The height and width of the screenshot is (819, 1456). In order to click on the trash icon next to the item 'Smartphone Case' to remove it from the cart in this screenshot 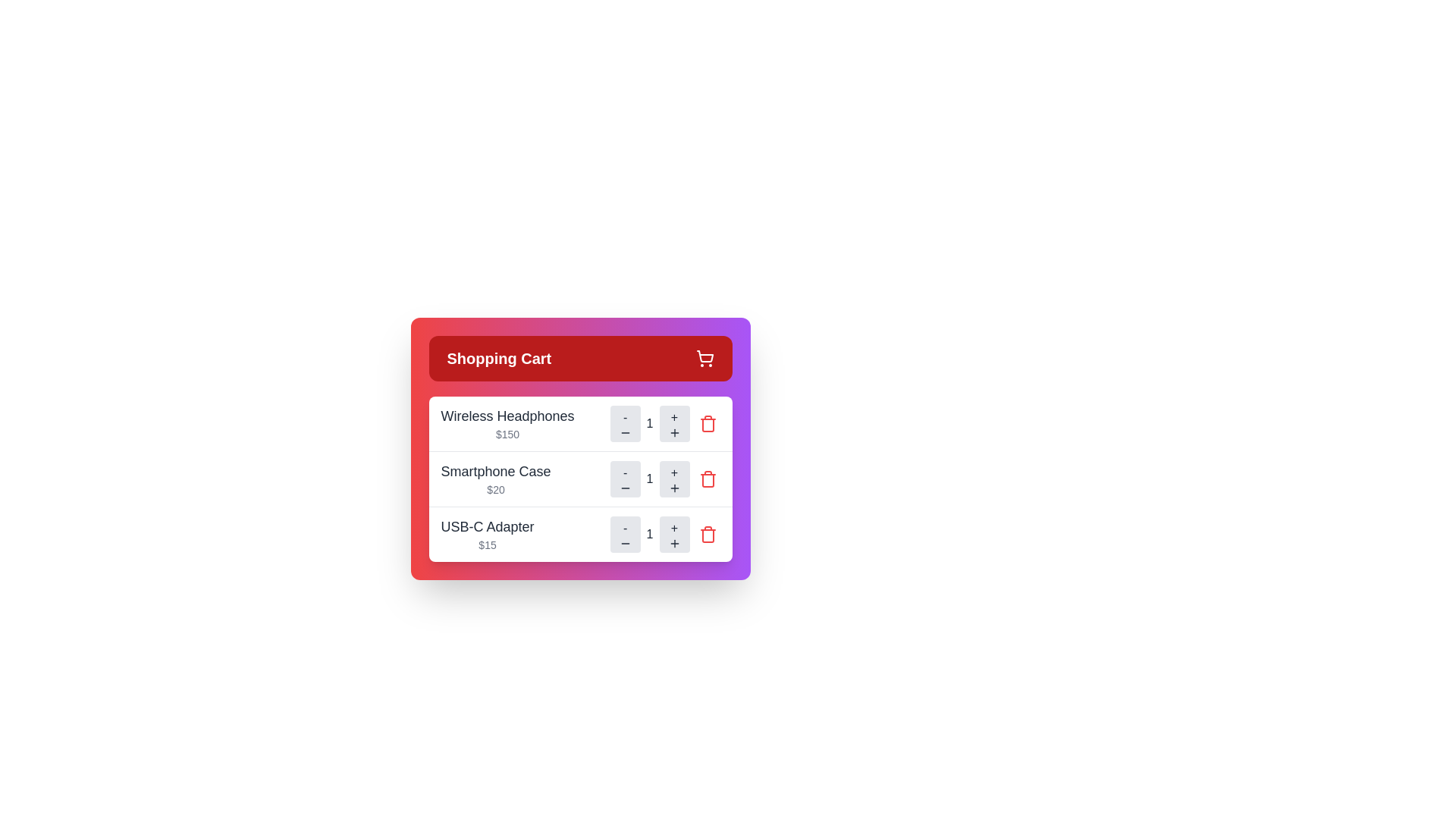, I will do `click(707, 479)`.